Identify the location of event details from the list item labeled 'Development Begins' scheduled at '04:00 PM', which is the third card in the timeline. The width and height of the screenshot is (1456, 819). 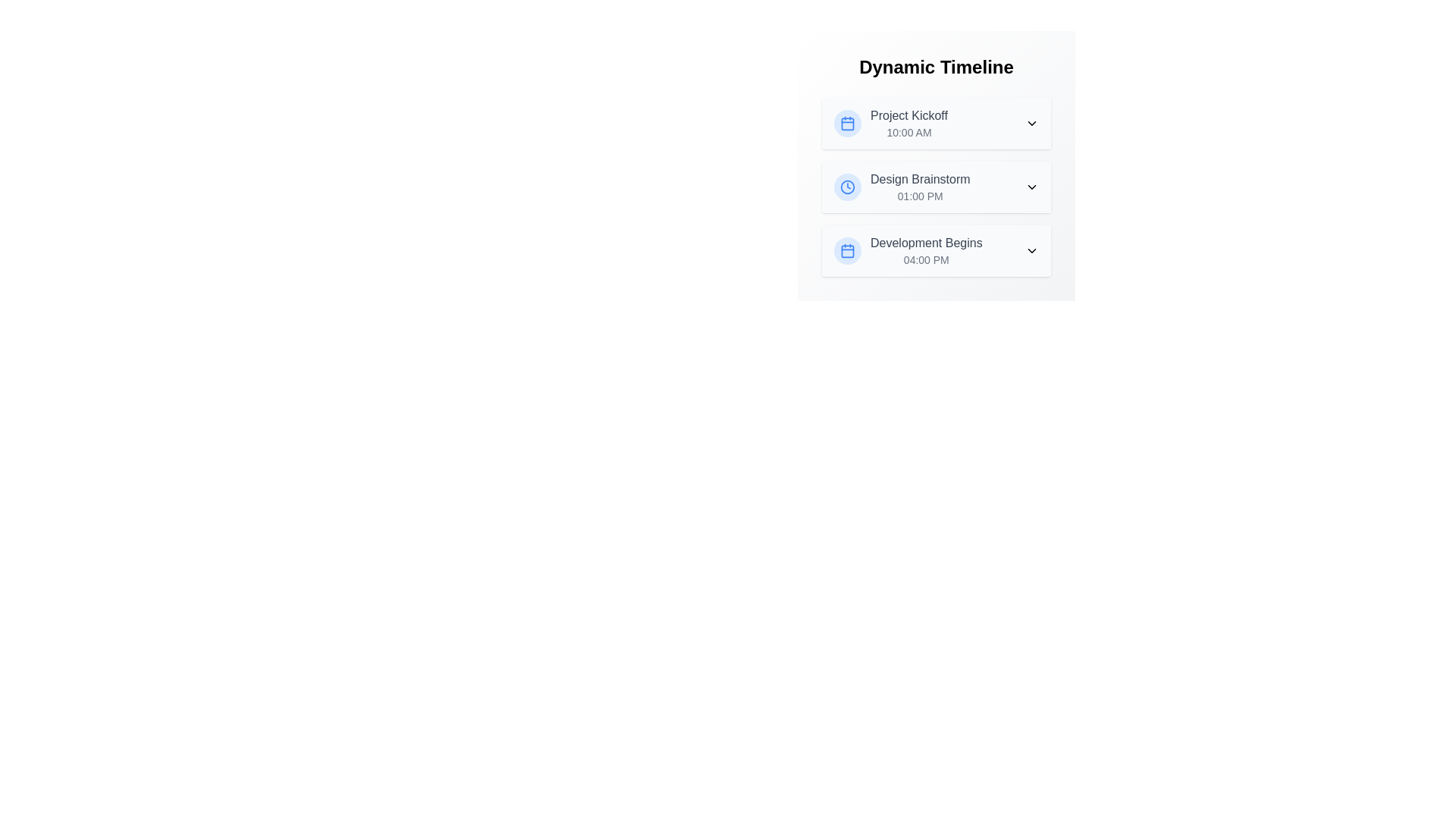
(935, 250).